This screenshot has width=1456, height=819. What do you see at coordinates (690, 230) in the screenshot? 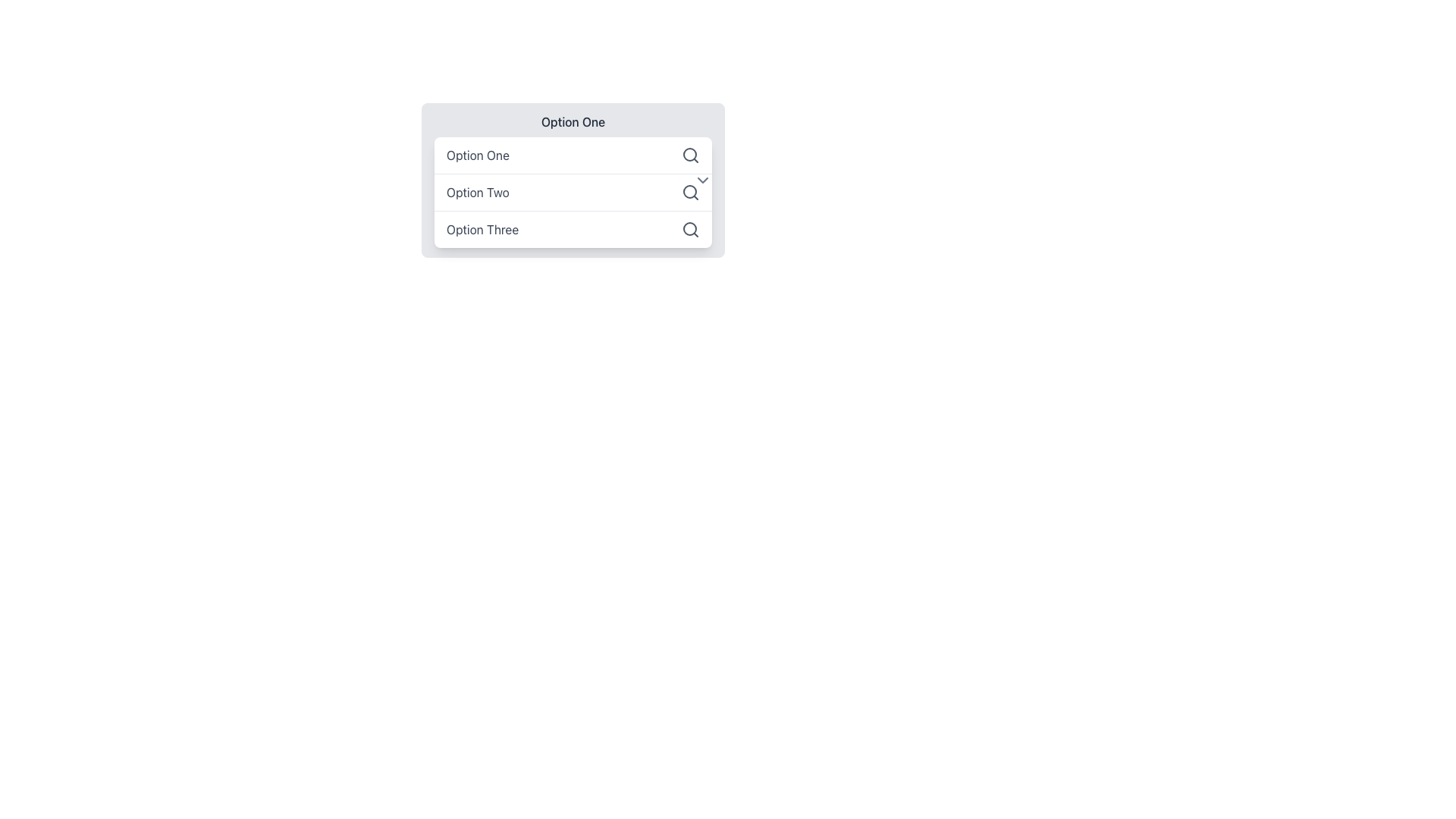
I see `the magnifying glass icon button located at the far-right of the 'Option Three' row in the dropdown interface` at bounding box center [690, 230].